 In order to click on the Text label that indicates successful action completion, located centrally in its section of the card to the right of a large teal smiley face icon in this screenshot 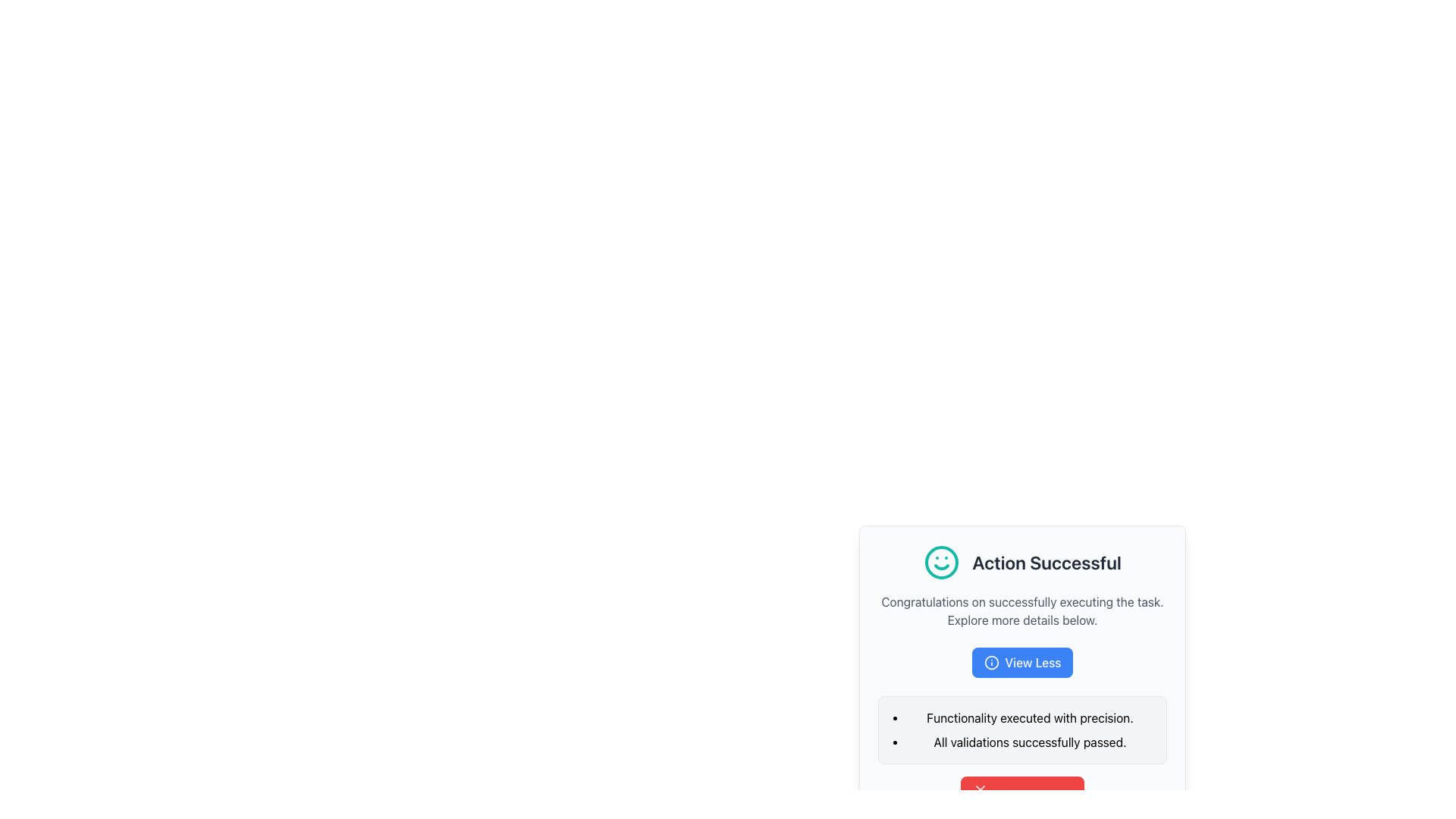, I will do `click(1046, 562)`.